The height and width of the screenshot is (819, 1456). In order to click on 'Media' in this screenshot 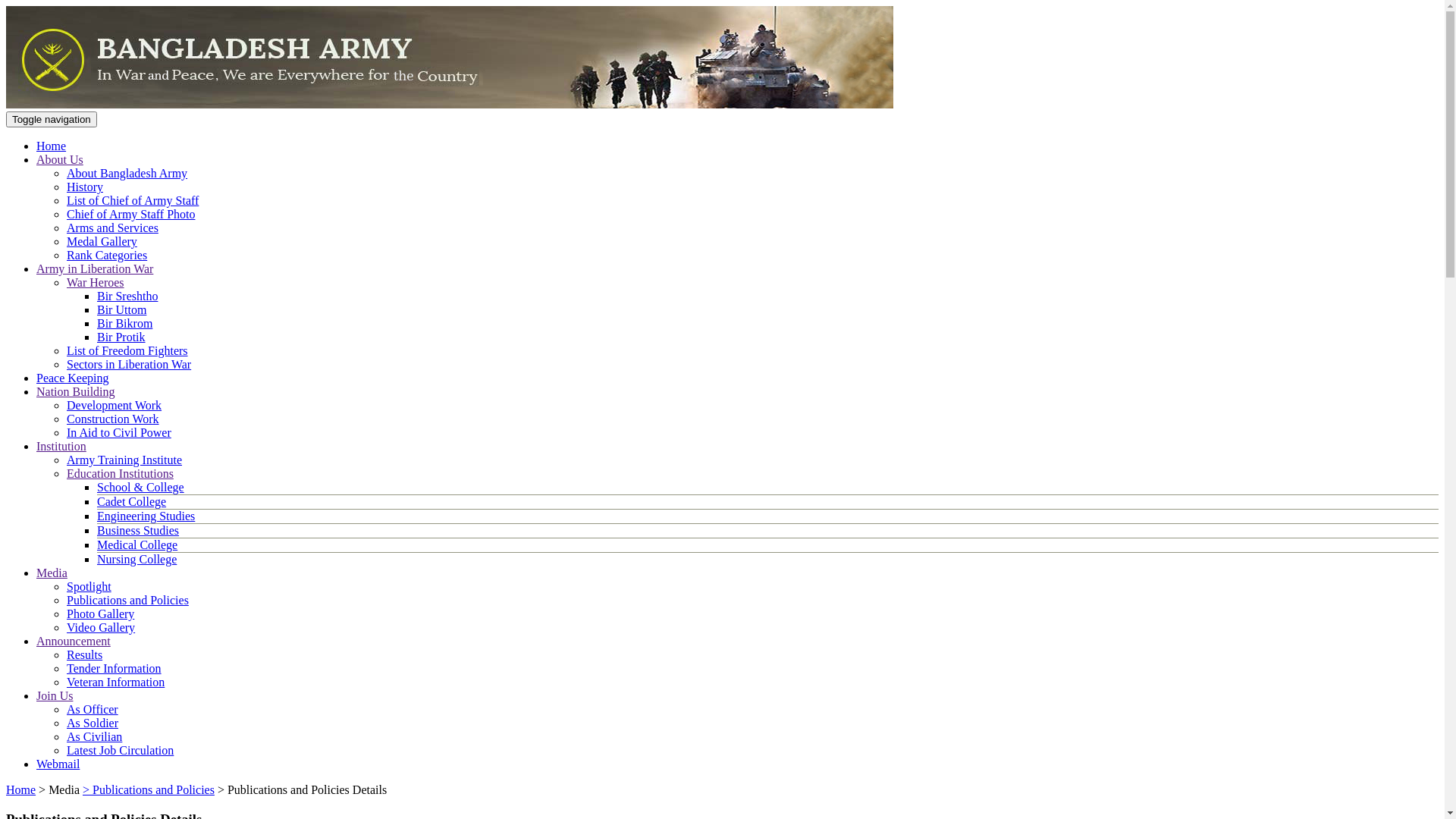, I will do `click(36, 573)`.